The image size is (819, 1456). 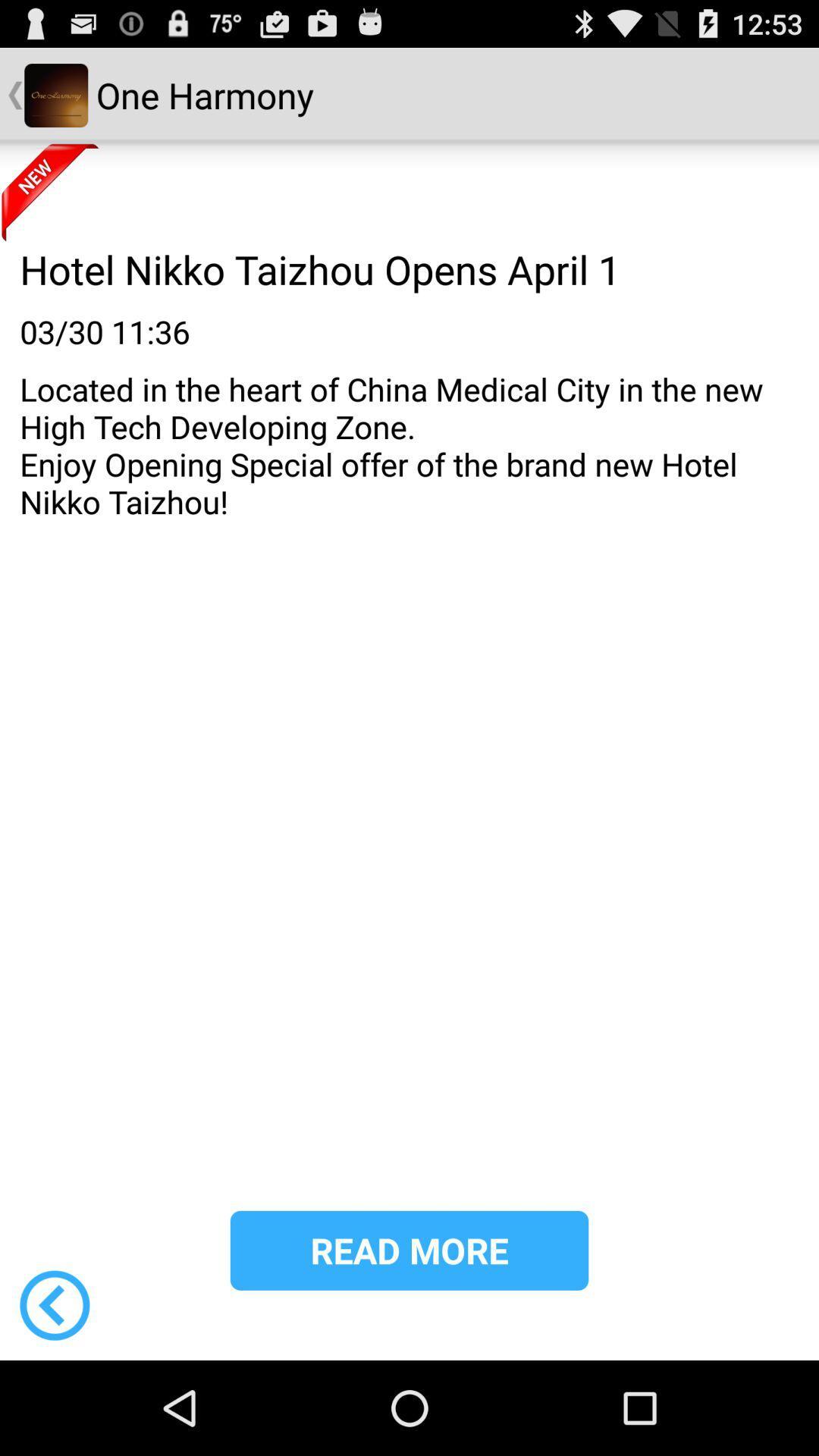 I want to click on the item below the located in the icon, so click(x=54, y=1304).